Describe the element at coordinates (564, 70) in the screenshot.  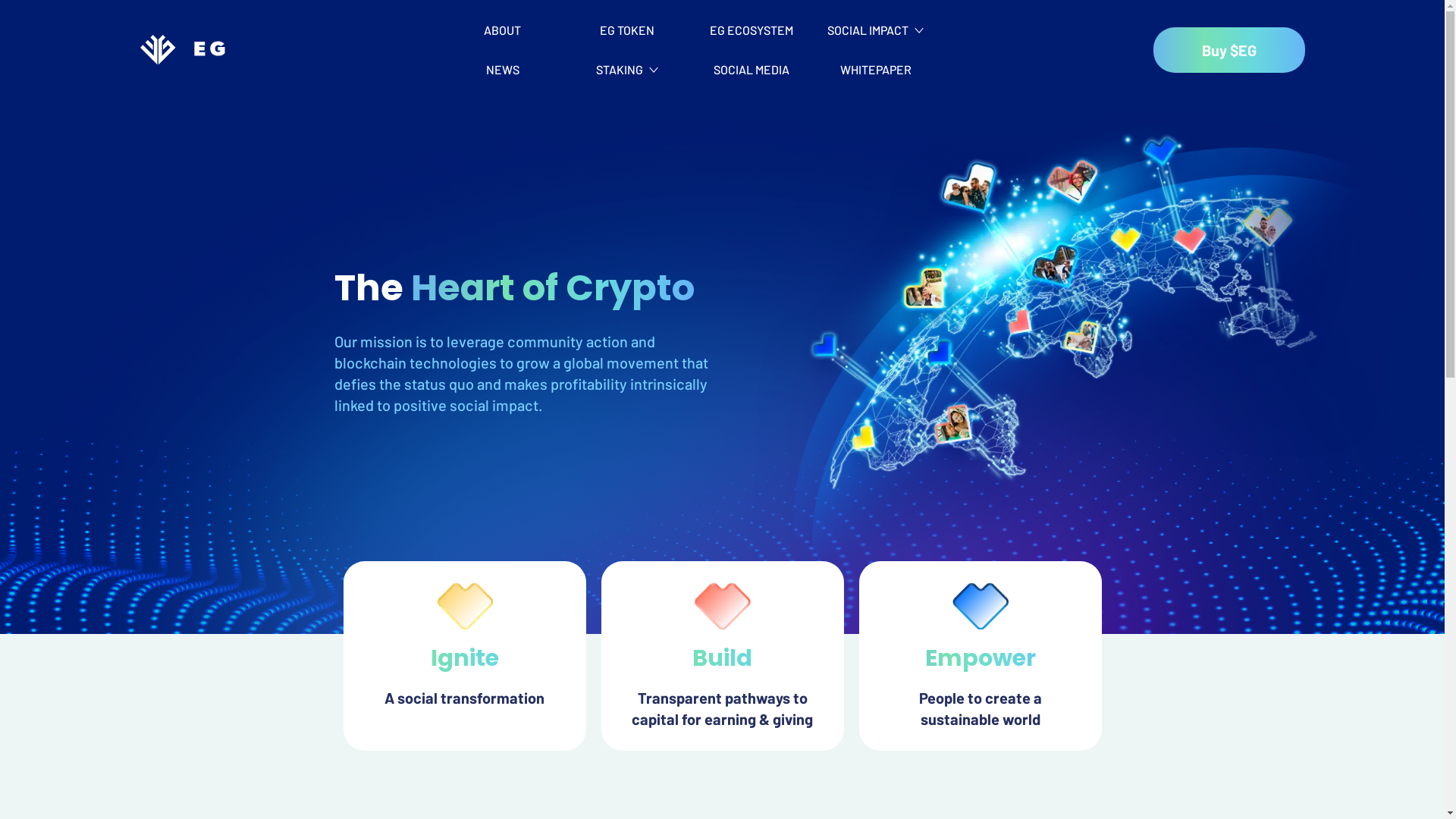
I see `'STAKING'` at that location.